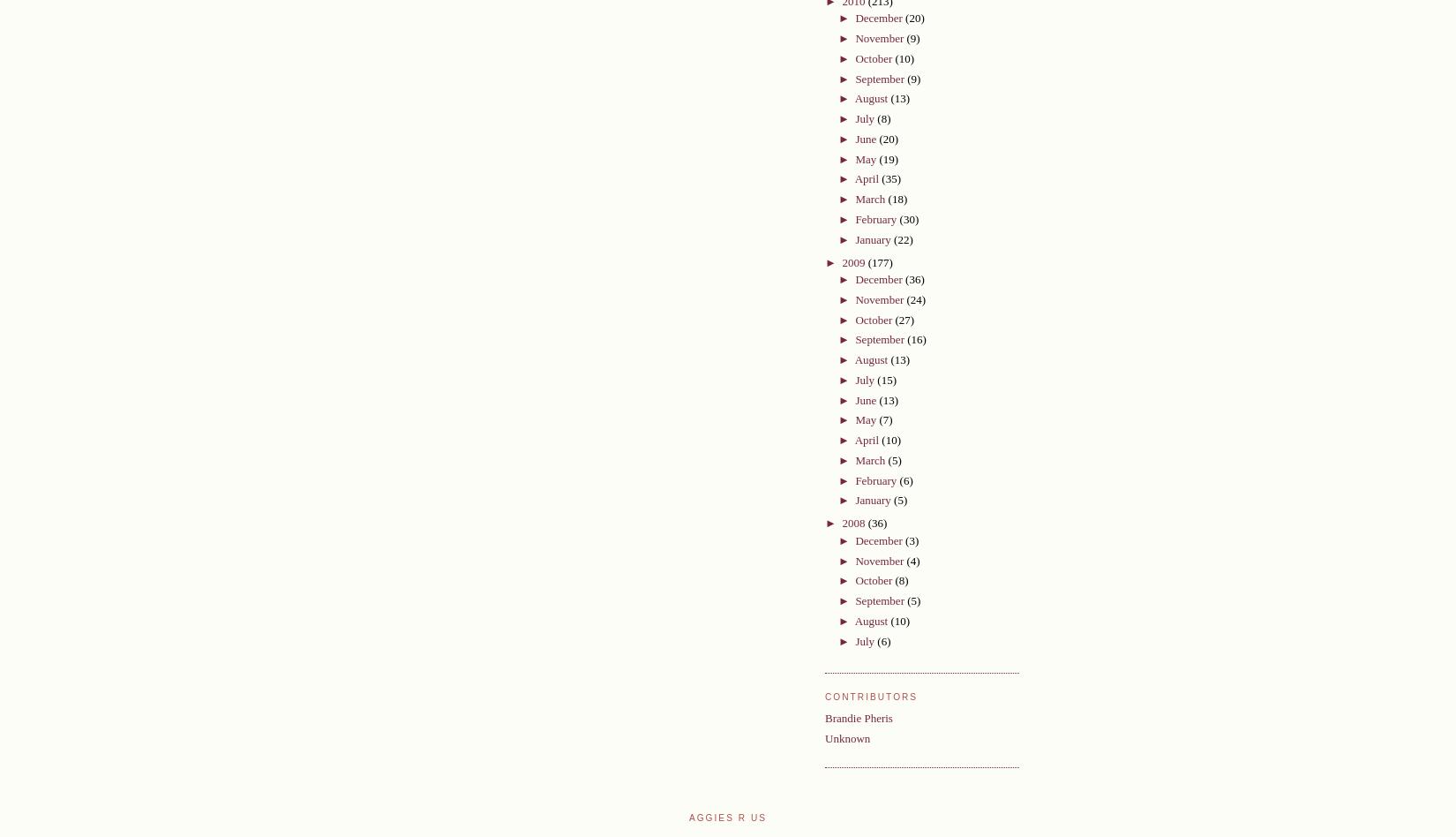 This screenshot has height=837, width=1456. What do you see at coordinates (726, 817) in the screenshot?
I see `'Aggies R Us'` at bounding box center [726, 817].